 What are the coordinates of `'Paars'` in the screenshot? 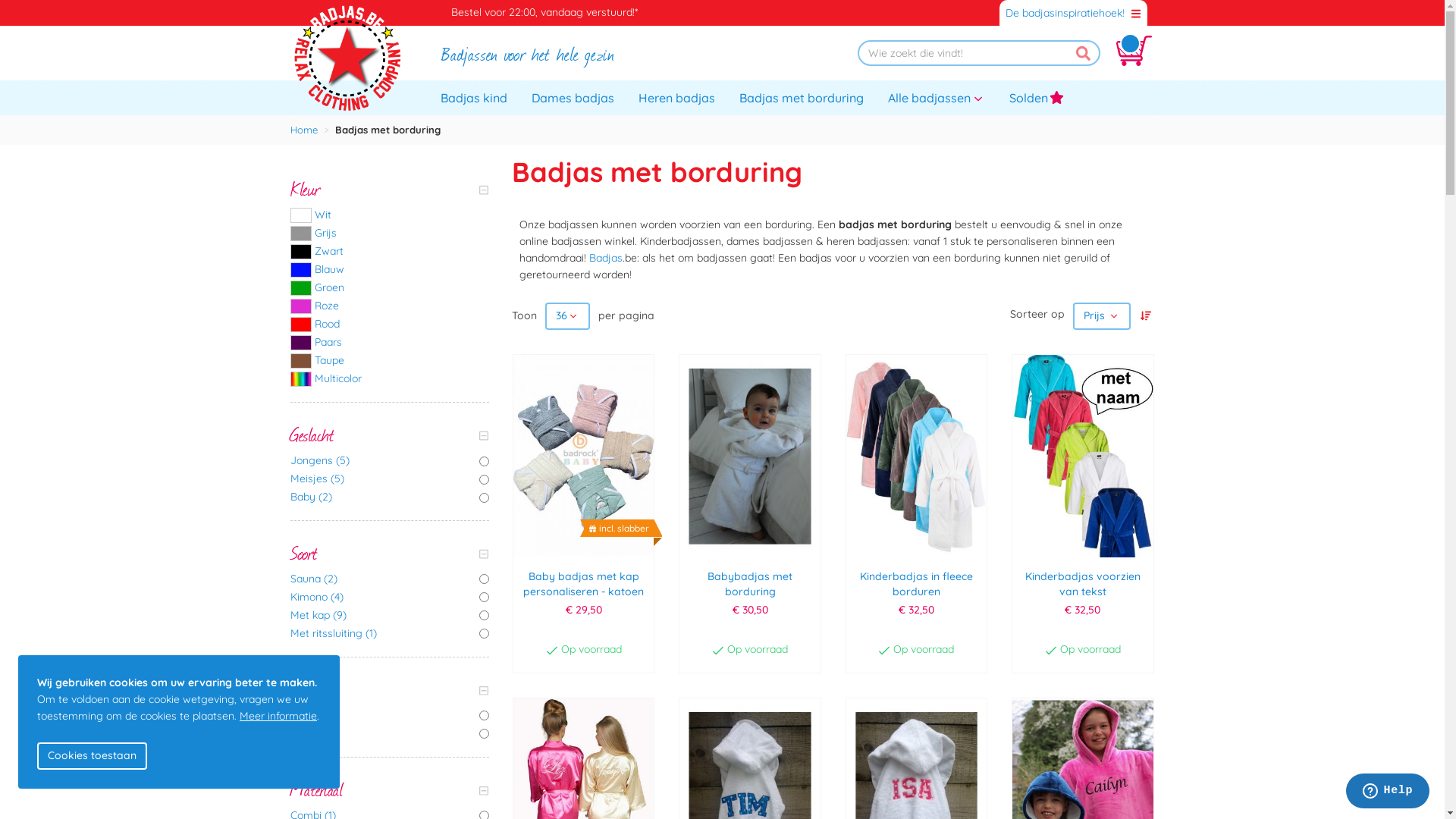 It's located at (290, 342).